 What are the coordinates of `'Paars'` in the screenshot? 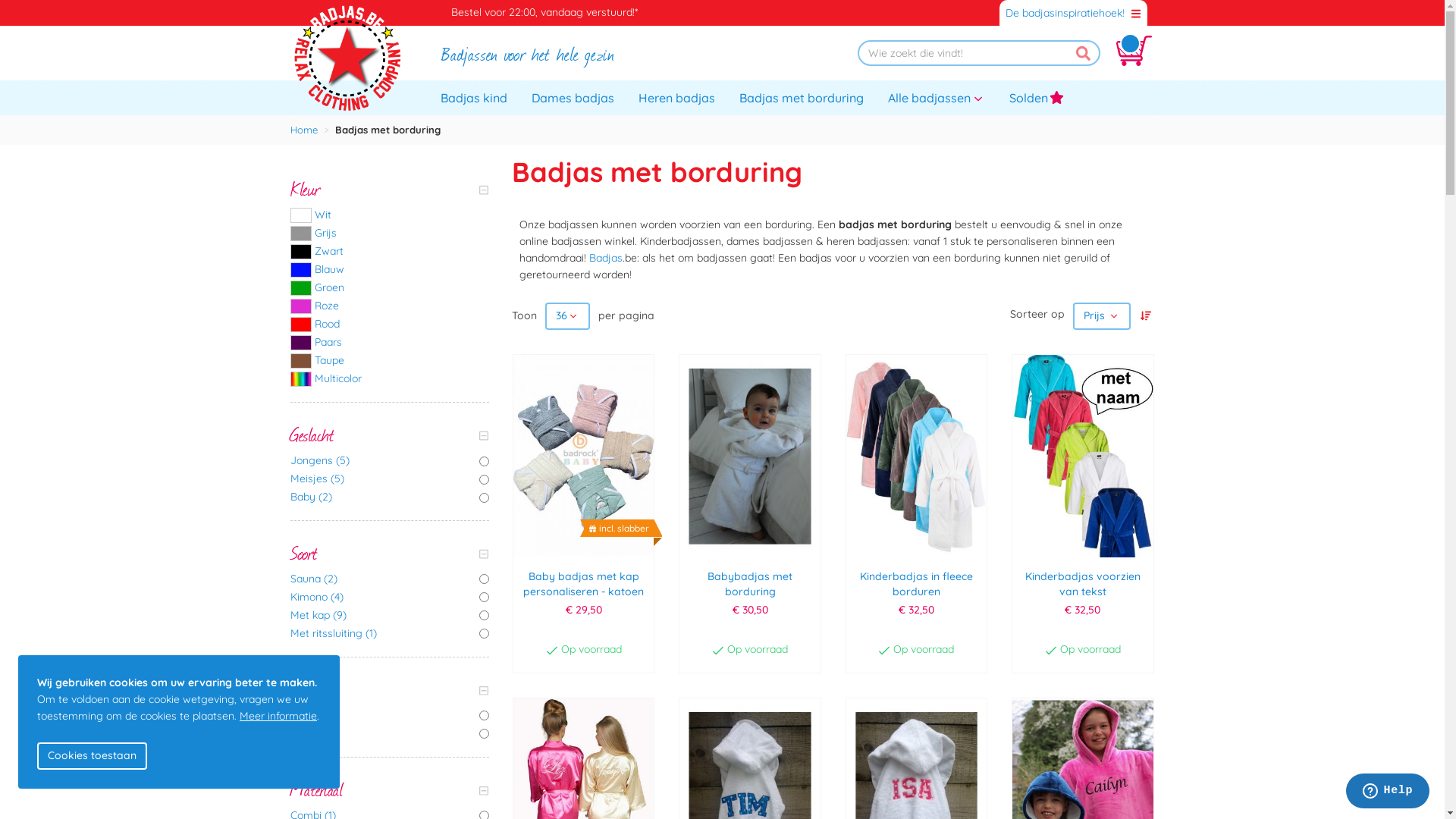 It's located at (290, 342).